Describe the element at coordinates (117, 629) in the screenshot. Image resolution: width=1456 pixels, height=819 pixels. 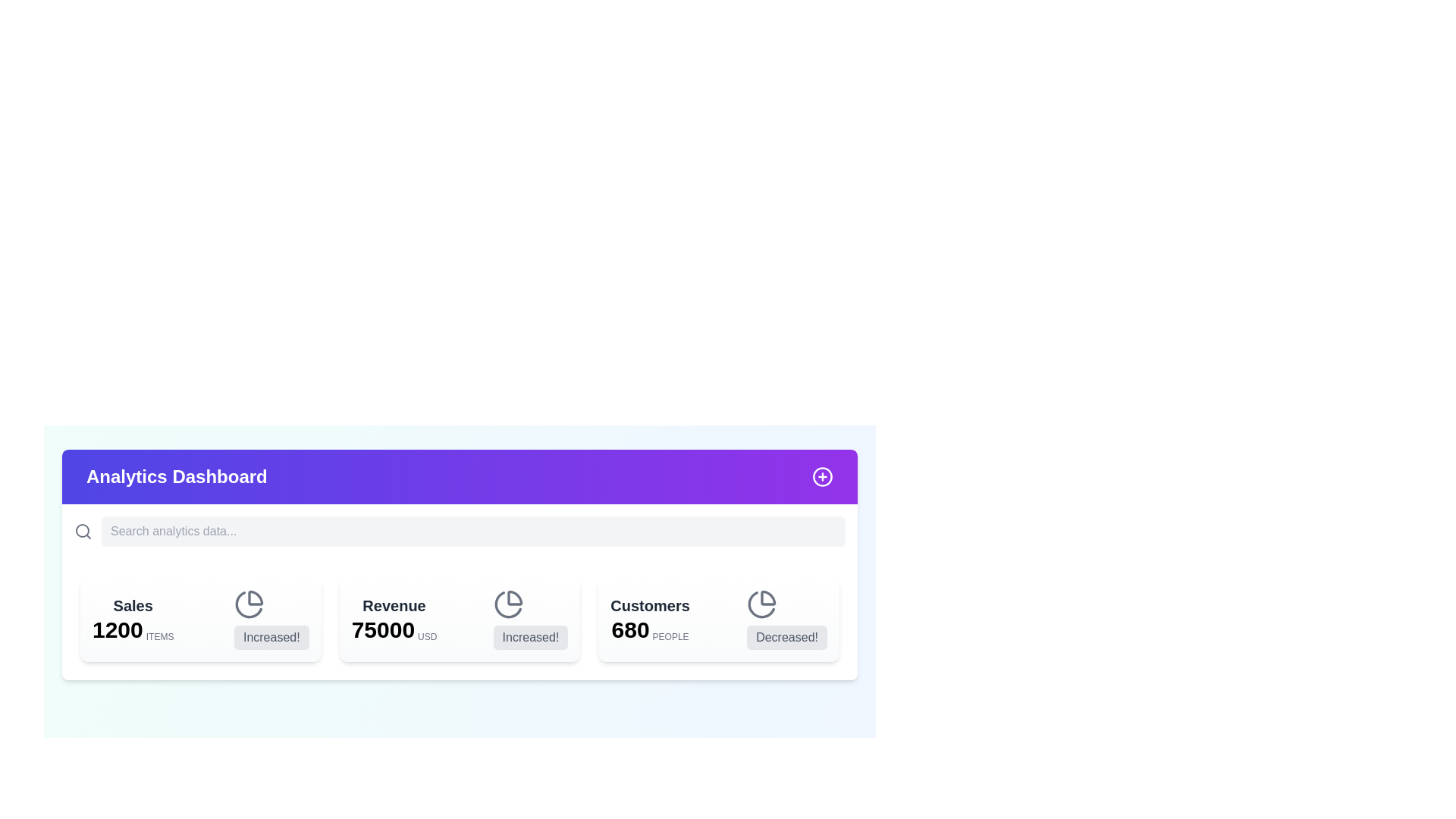
I see `the text displaying the number '1200' which is located below 'Sales' and to the left of 'ITEMS' in the top-left quadrant of the dashboard` at that location.